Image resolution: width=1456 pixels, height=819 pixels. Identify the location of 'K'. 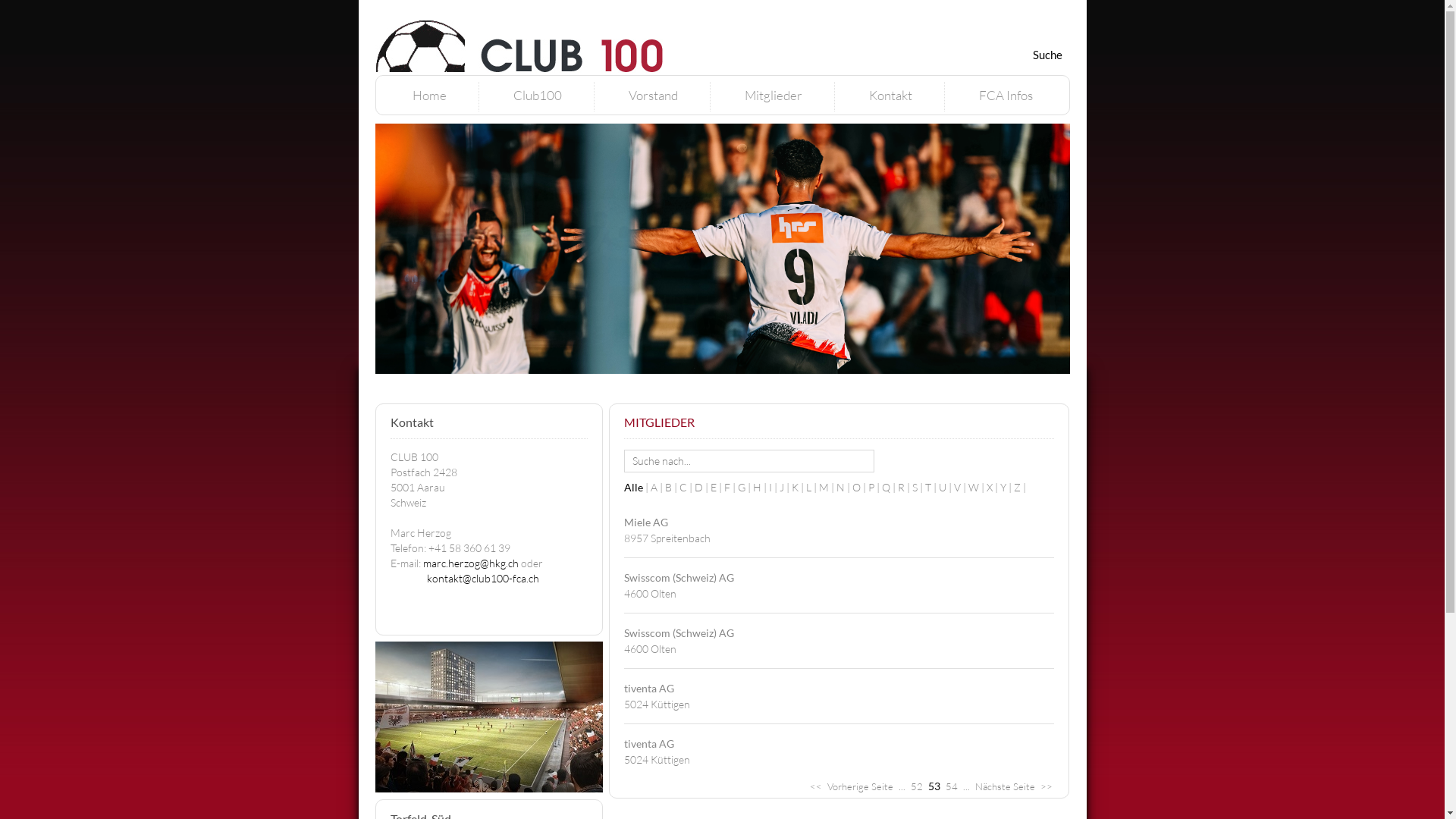
(798, 487).